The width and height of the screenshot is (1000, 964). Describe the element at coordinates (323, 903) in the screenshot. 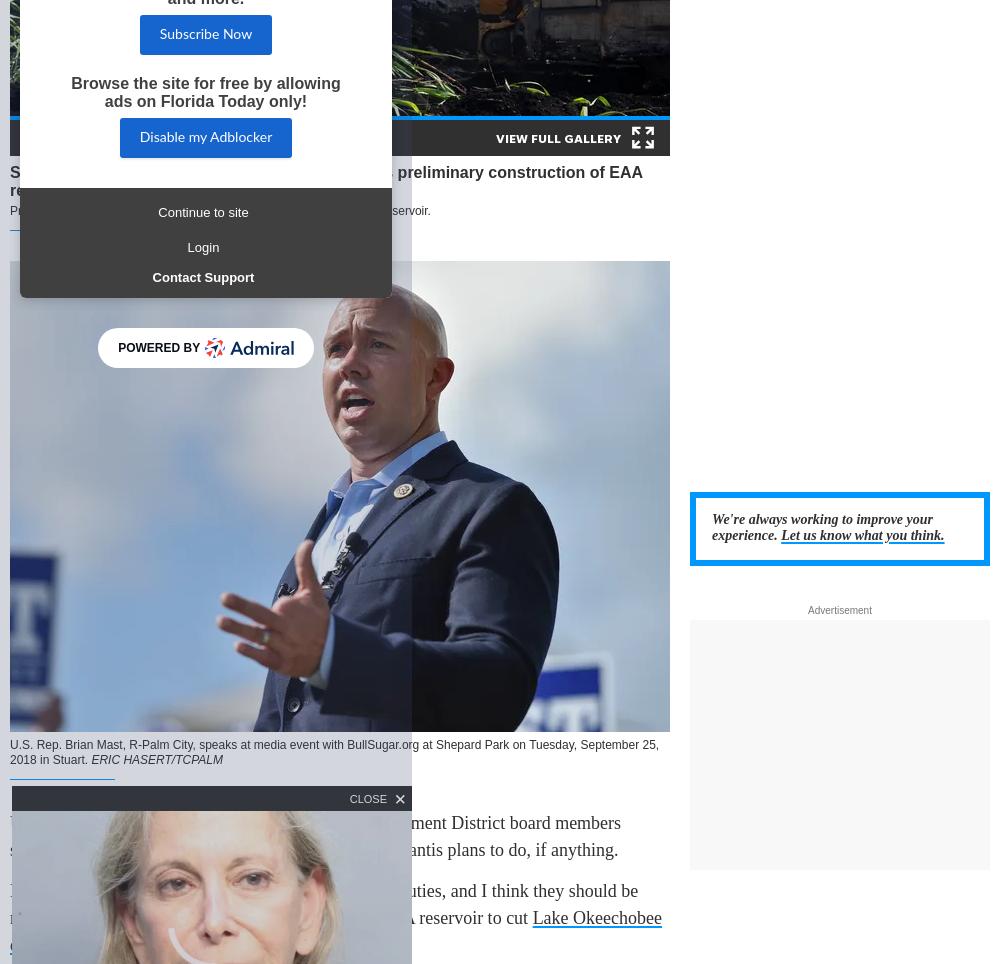

I see `'Mast said board members "have been derelict in their duties, and I think they should be replaced" because they agreed to lease land for the EAA reservoir to cut'` at that location.